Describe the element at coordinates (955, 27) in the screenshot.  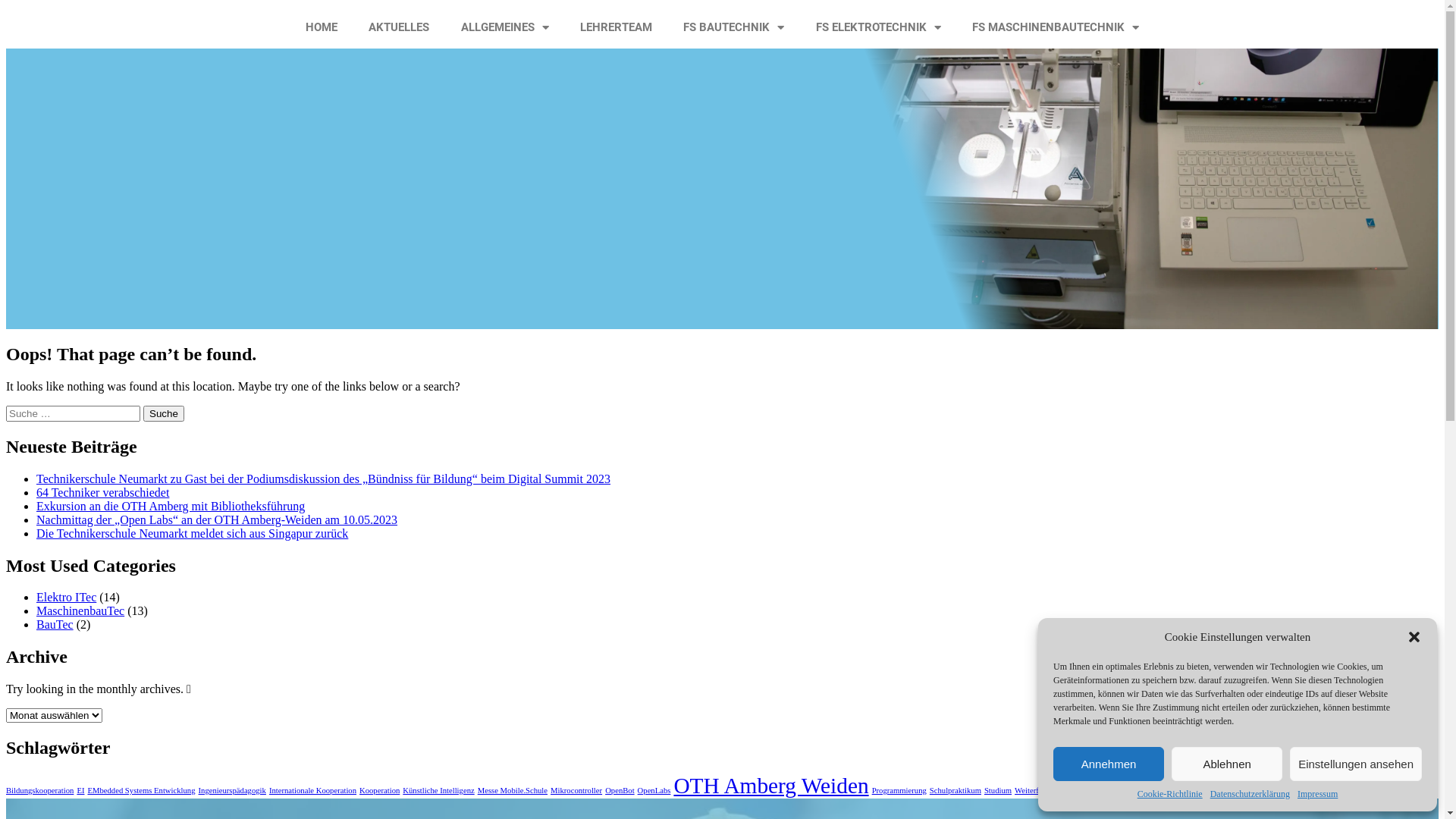
I see `'FS MASCHINENBAUTECHNIK'` at that location.